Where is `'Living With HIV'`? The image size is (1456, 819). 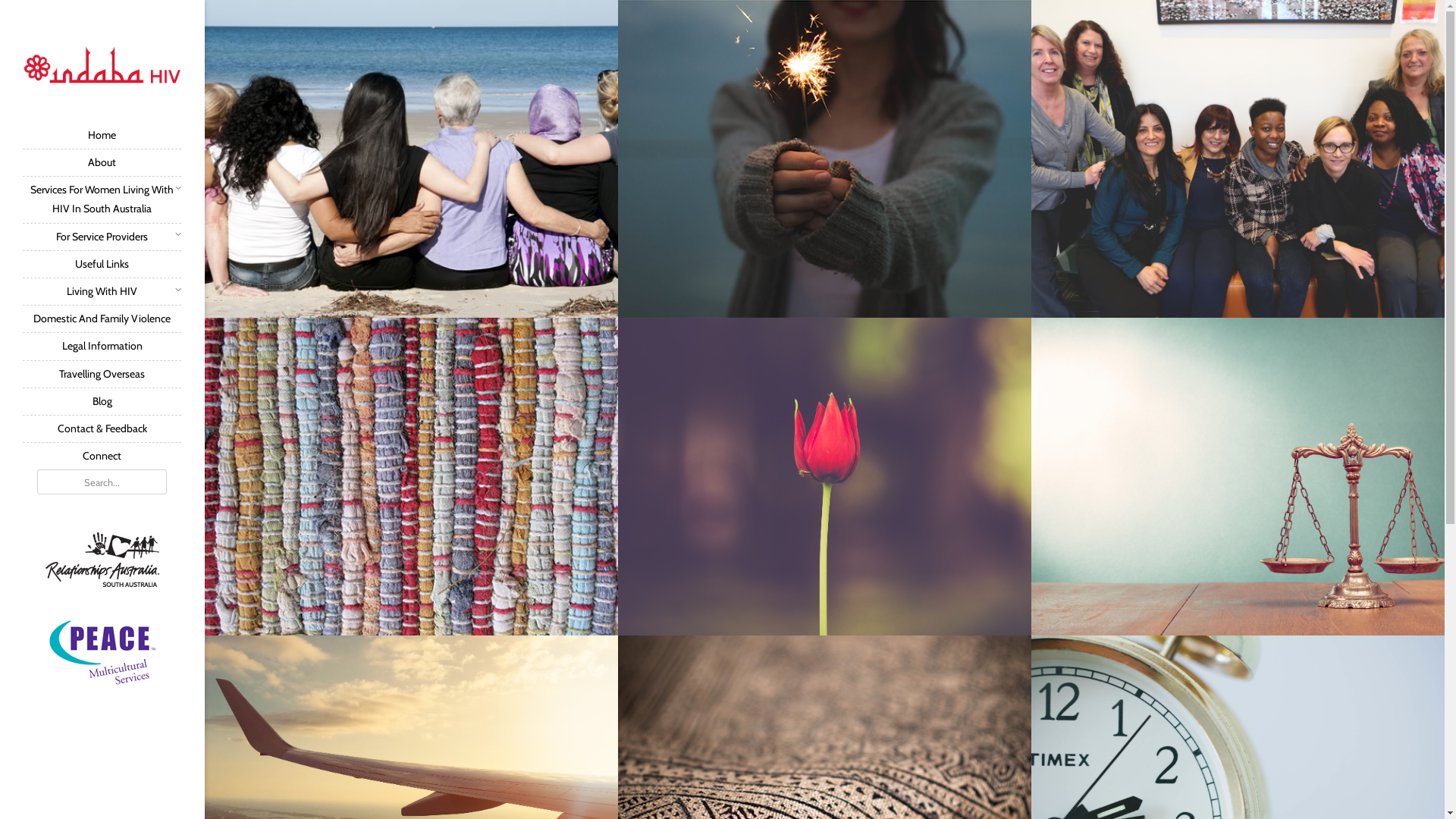
'Living With HIV' is located at coordinates (101, 291).